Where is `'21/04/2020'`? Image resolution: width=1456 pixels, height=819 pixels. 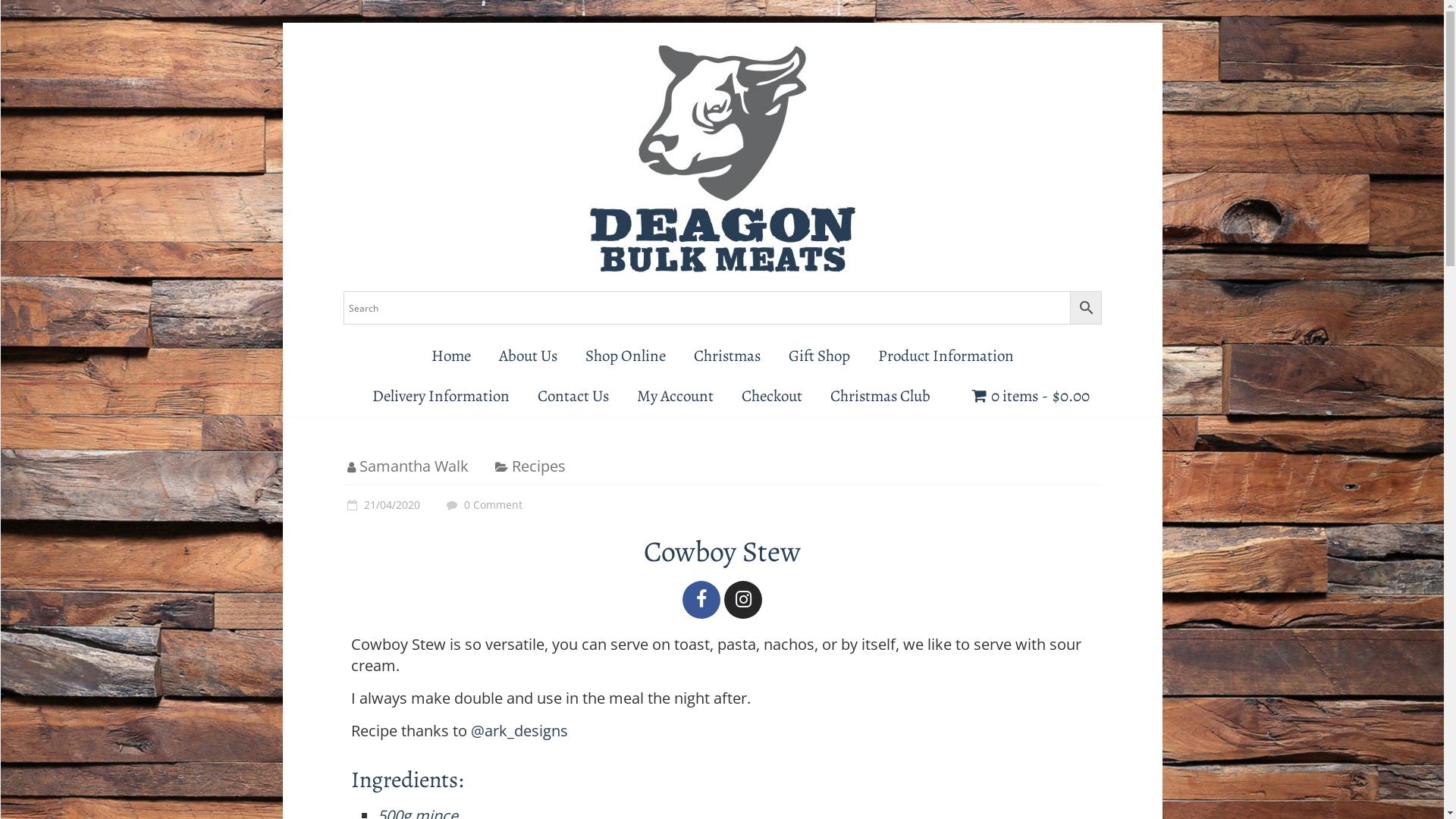 '21/04/2020' is located at coordinates (381, 504).